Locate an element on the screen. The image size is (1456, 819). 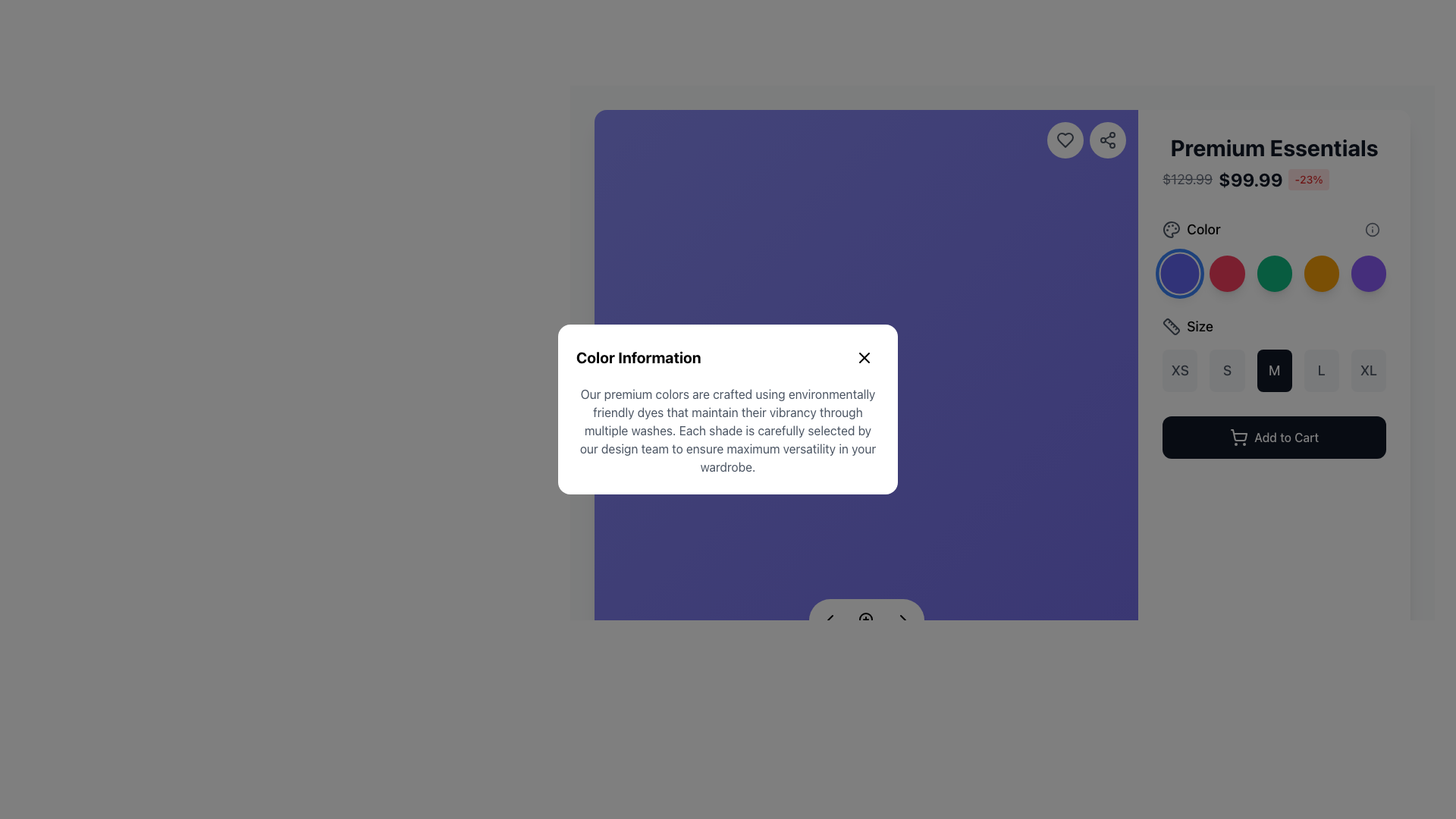
the 'S' size selection button, which is the second button in a row of five labeled 'XS', 'S', 'M', 'L', and 'XL', located beneath the 'Size' label is located at coordinates (1227, 371).